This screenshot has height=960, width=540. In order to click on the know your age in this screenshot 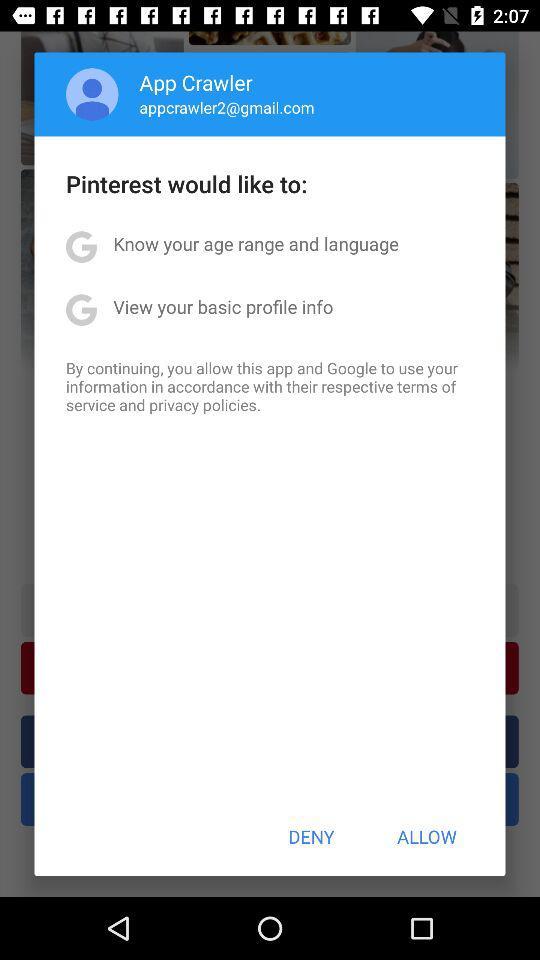, I will do `click(256, 242)`.